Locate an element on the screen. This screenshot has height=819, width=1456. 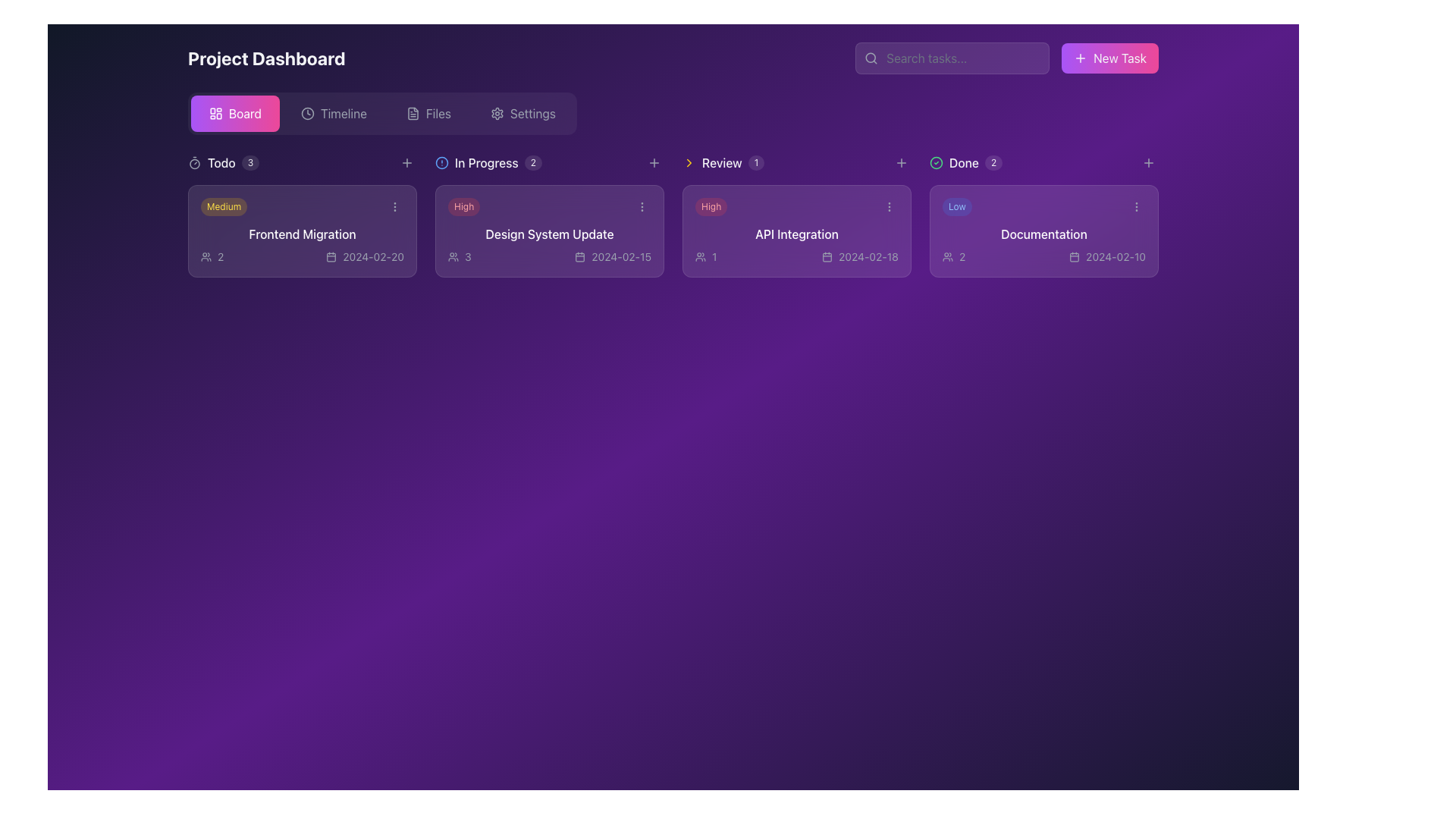
the badge or label indicating the number of items or tasks in the 'Todo' section, located to the right of the 'Todo' text and aligned with a timer icon is located at coordinates (250, 163).